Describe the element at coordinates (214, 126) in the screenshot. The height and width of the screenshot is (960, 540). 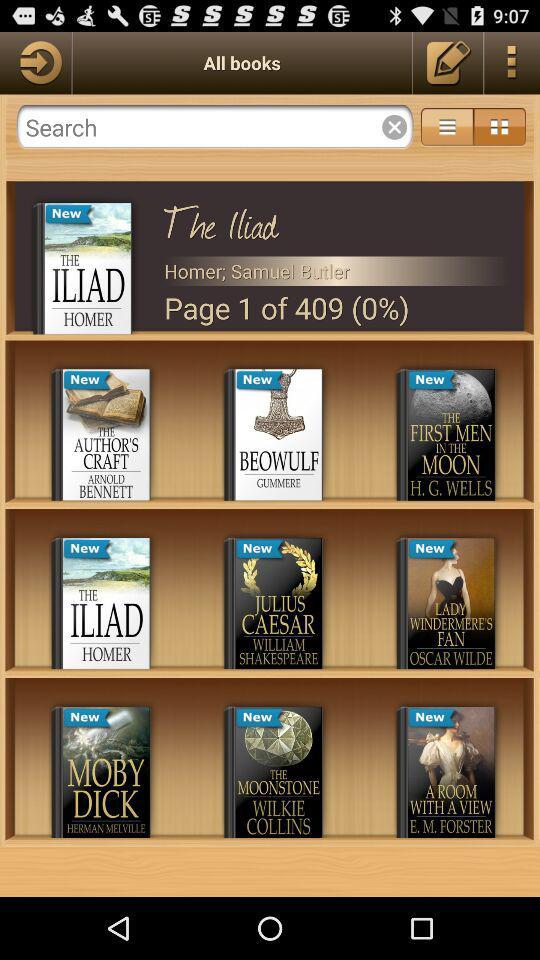
I see `the item above the the iliad item` at that location.